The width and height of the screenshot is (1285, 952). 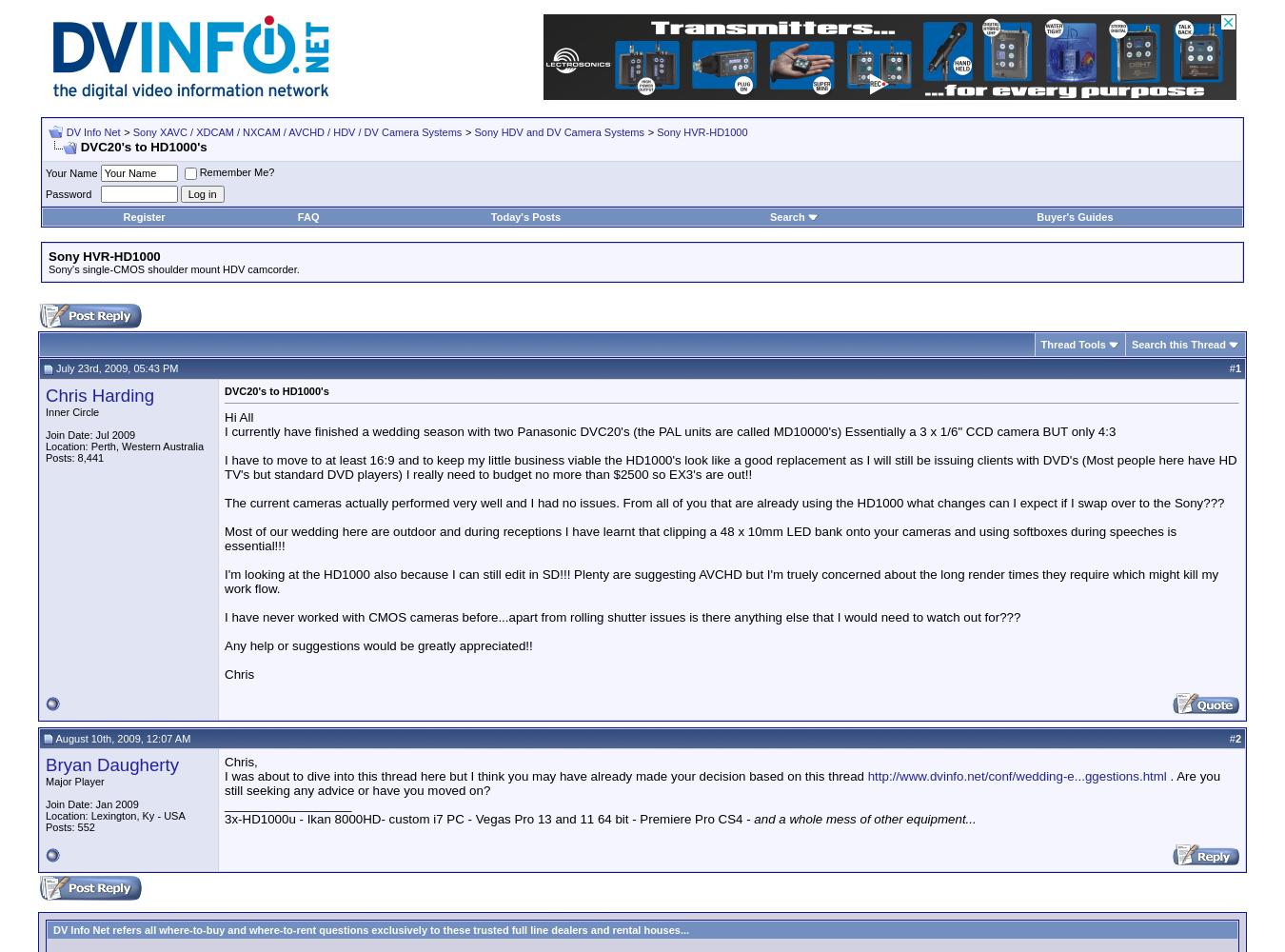 What do you see at coordinates (721, 580) in the screenshot?
I see `'I'm looking at the HD1000 also because I can still edit in SD!!! Plenty are suggesting AVCHD but I'm truely concerned about the long render times they require which might kill my work flow.'` at bounding box center [721, 580].